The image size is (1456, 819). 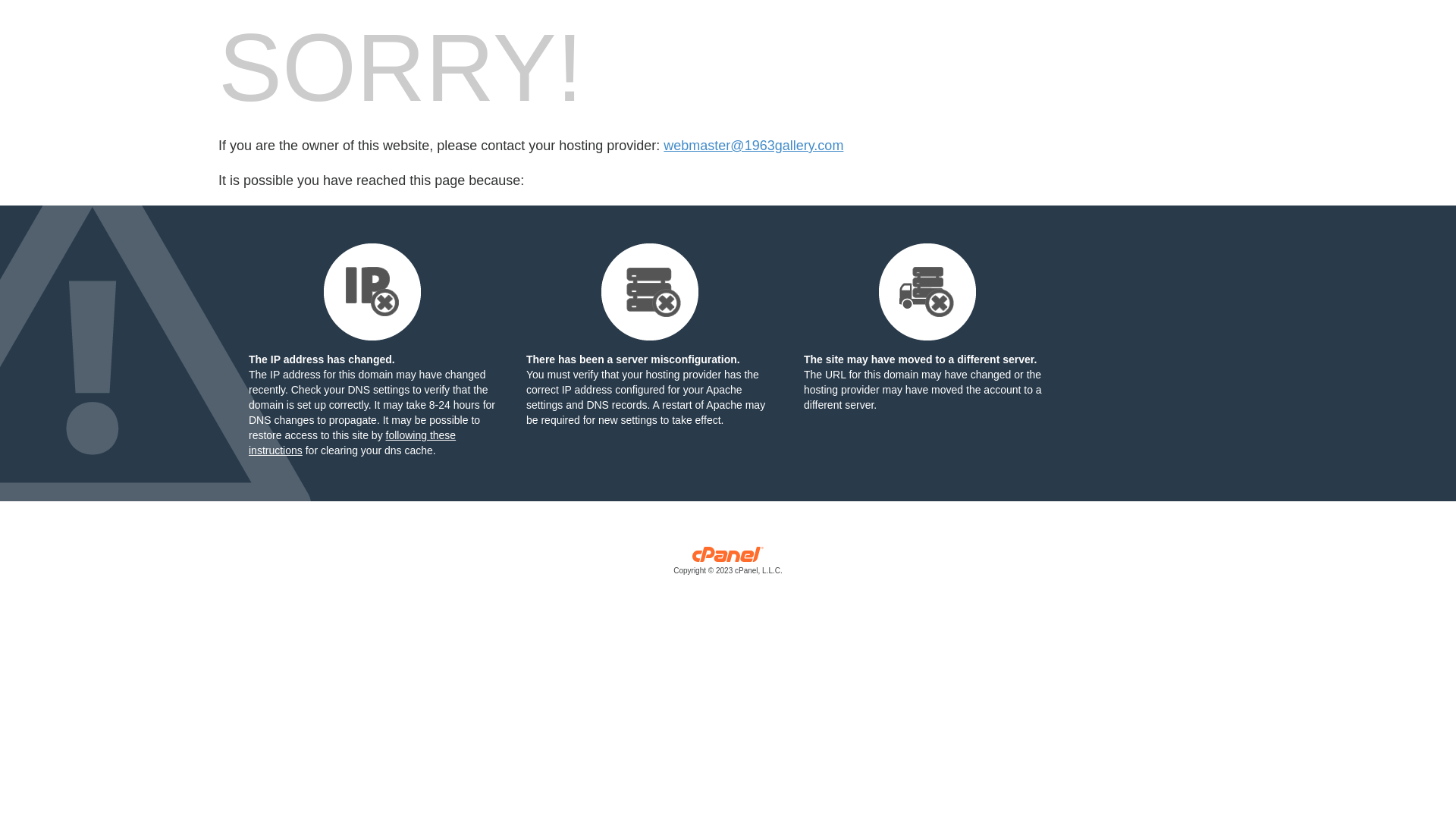 What do you see at coordinates (351, 442) in the screenshot?
I see `'following these instructions'` at bounding box center [351, 442].